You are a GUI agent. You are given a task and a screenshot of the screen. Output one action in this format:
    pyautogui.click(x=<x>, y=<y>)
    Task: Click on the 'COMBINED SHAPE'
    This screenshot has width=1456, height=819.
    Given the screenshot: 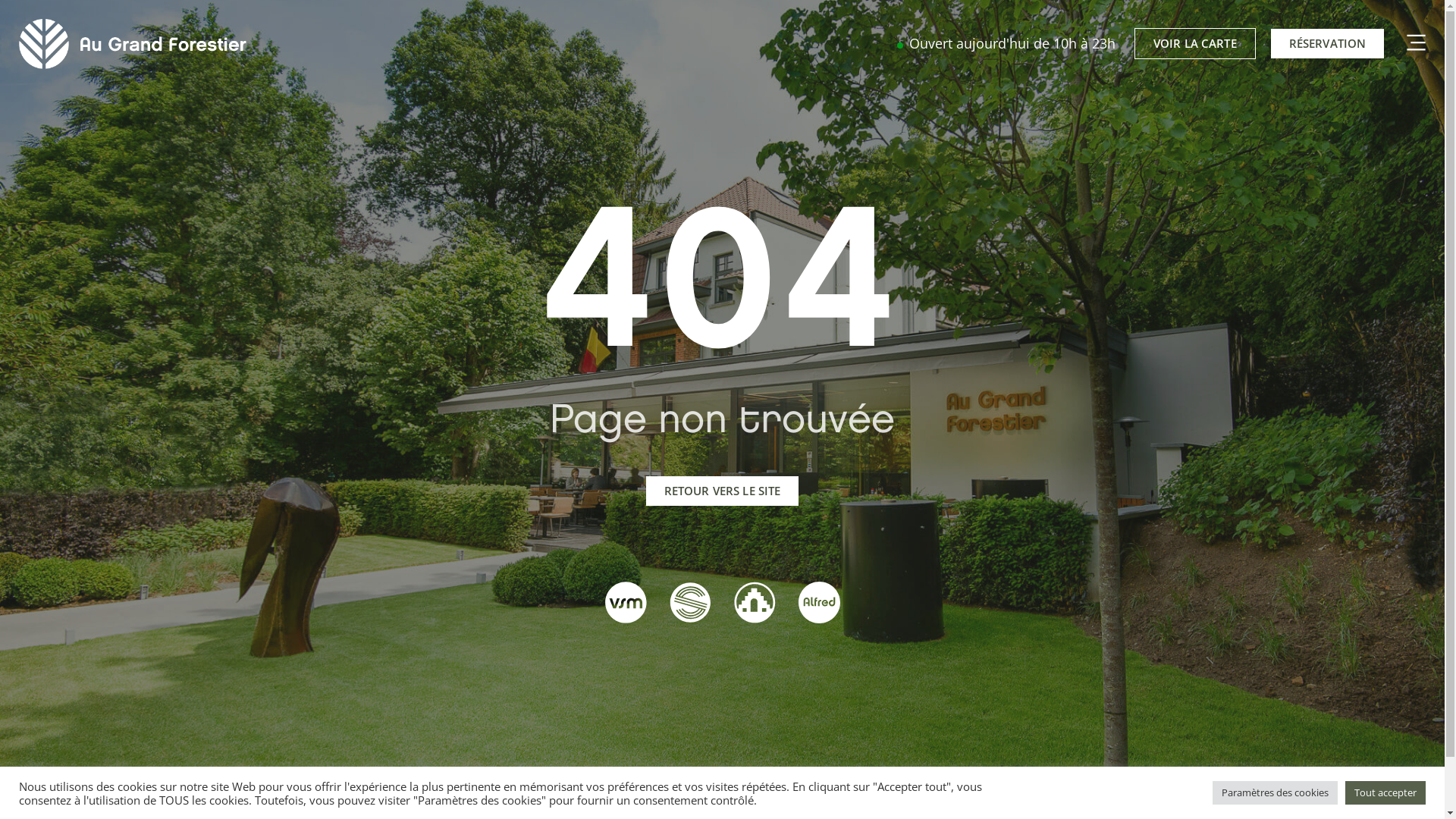 What is the action you would take?
    pyautogui.click(x=1398, y=42)
    